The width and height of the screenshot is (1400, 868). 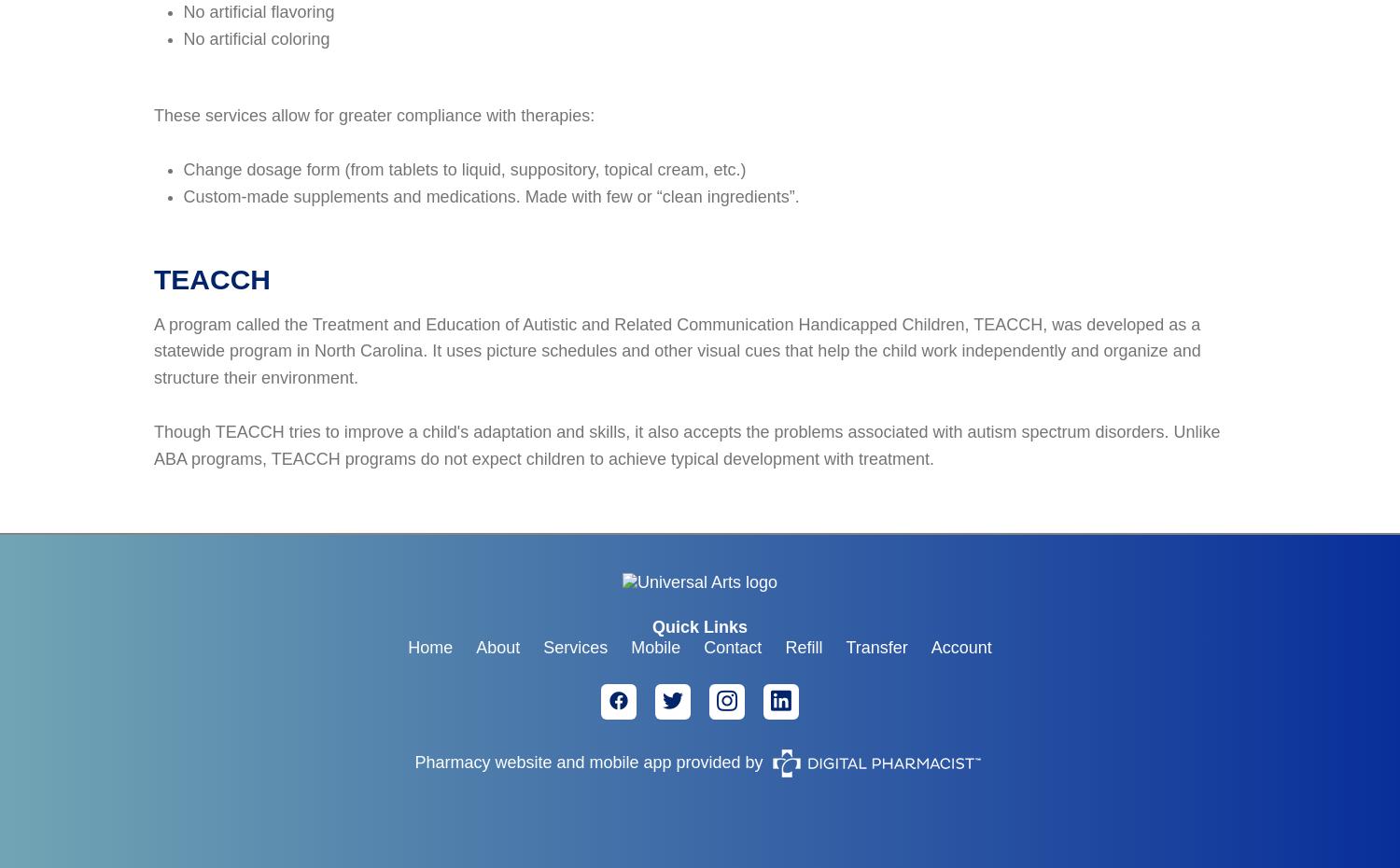 What do you see at coordinates (541, 760) in the screenshot?
I see `'Pharmacy website and mobile app'` at bounding box center [541, 760].